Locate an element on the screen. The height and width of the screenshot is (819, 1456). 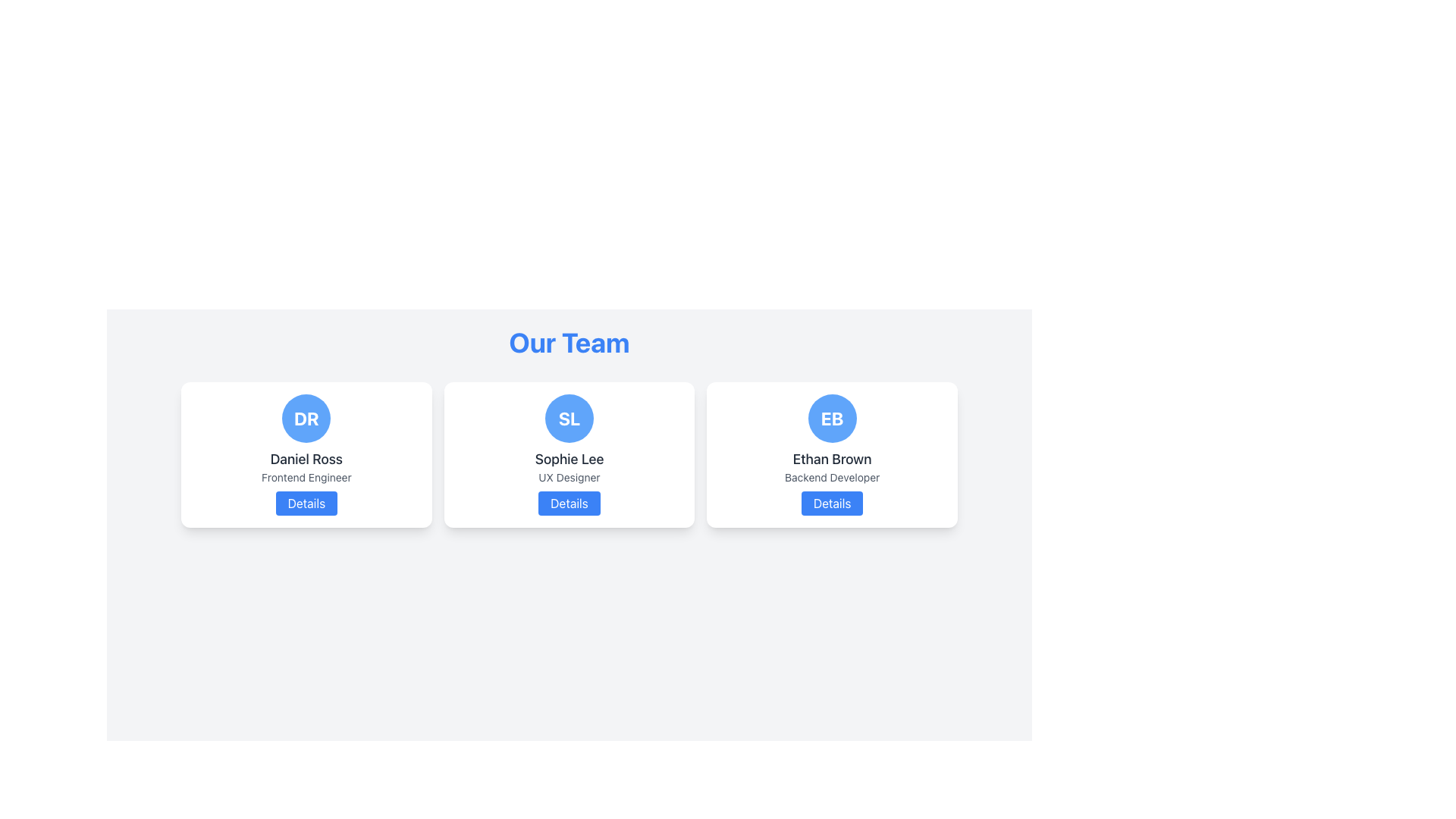
the circular badge with a blue background and white text 'EB' representing Ethan Brown in the team section is located at coordinates (831, 418).